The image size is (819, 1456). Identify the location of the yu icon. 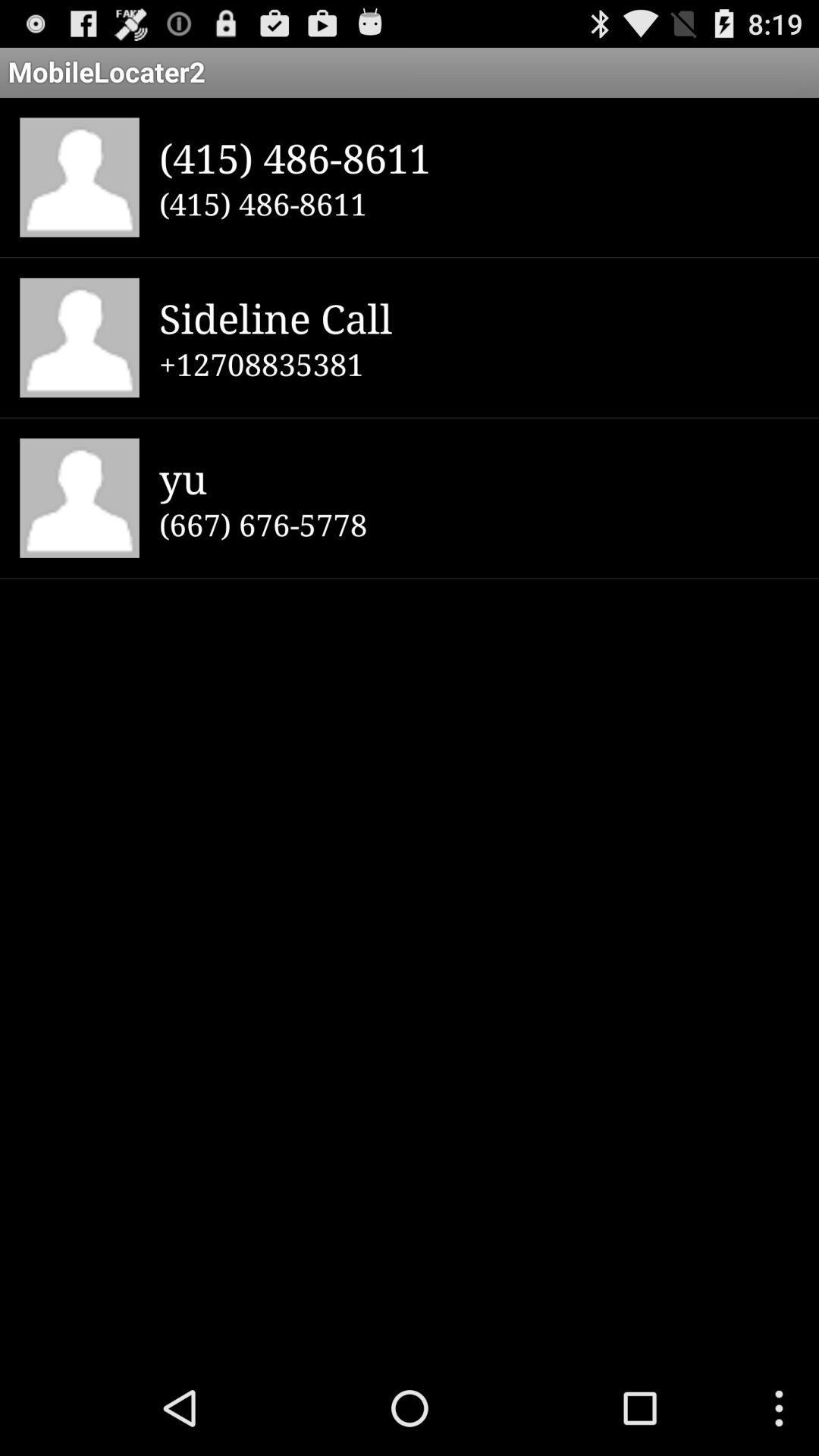
(479, 477).